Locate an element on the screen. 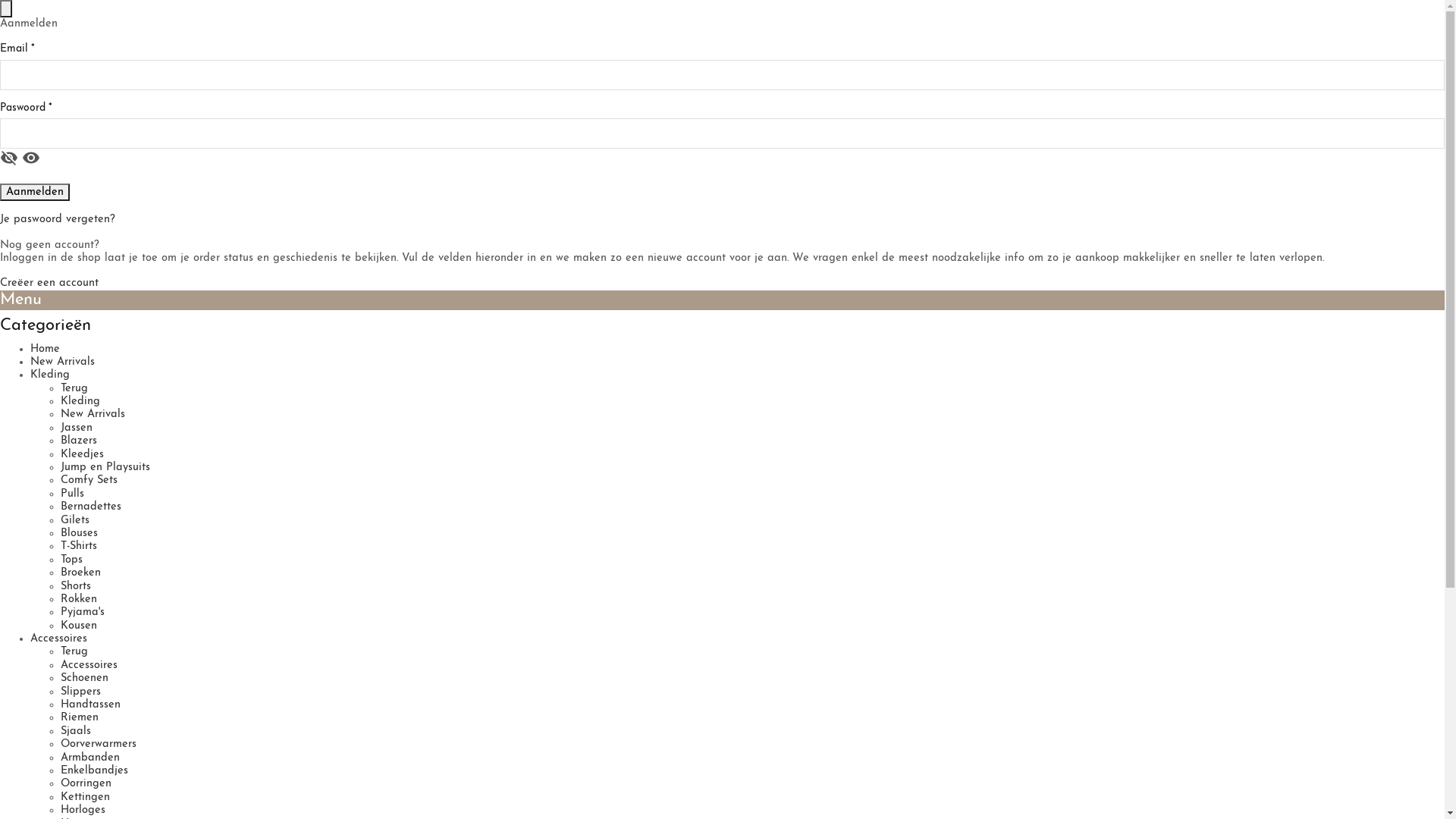  'Accessoires' is located at coordinates (88, 664).